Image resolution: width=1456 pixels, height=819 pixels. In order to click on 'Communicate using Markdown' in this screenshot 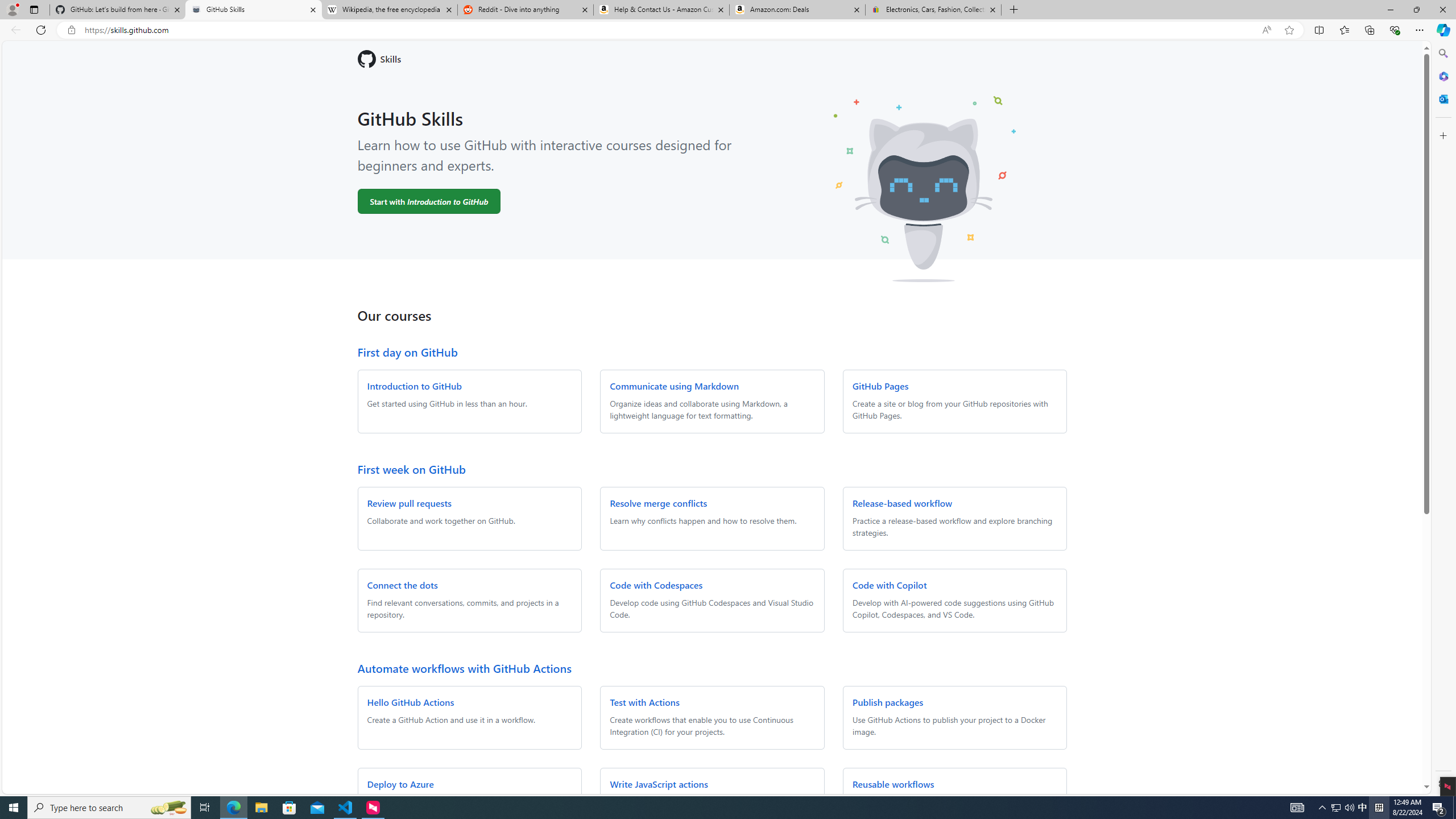, I will do `click(674, 385)`.